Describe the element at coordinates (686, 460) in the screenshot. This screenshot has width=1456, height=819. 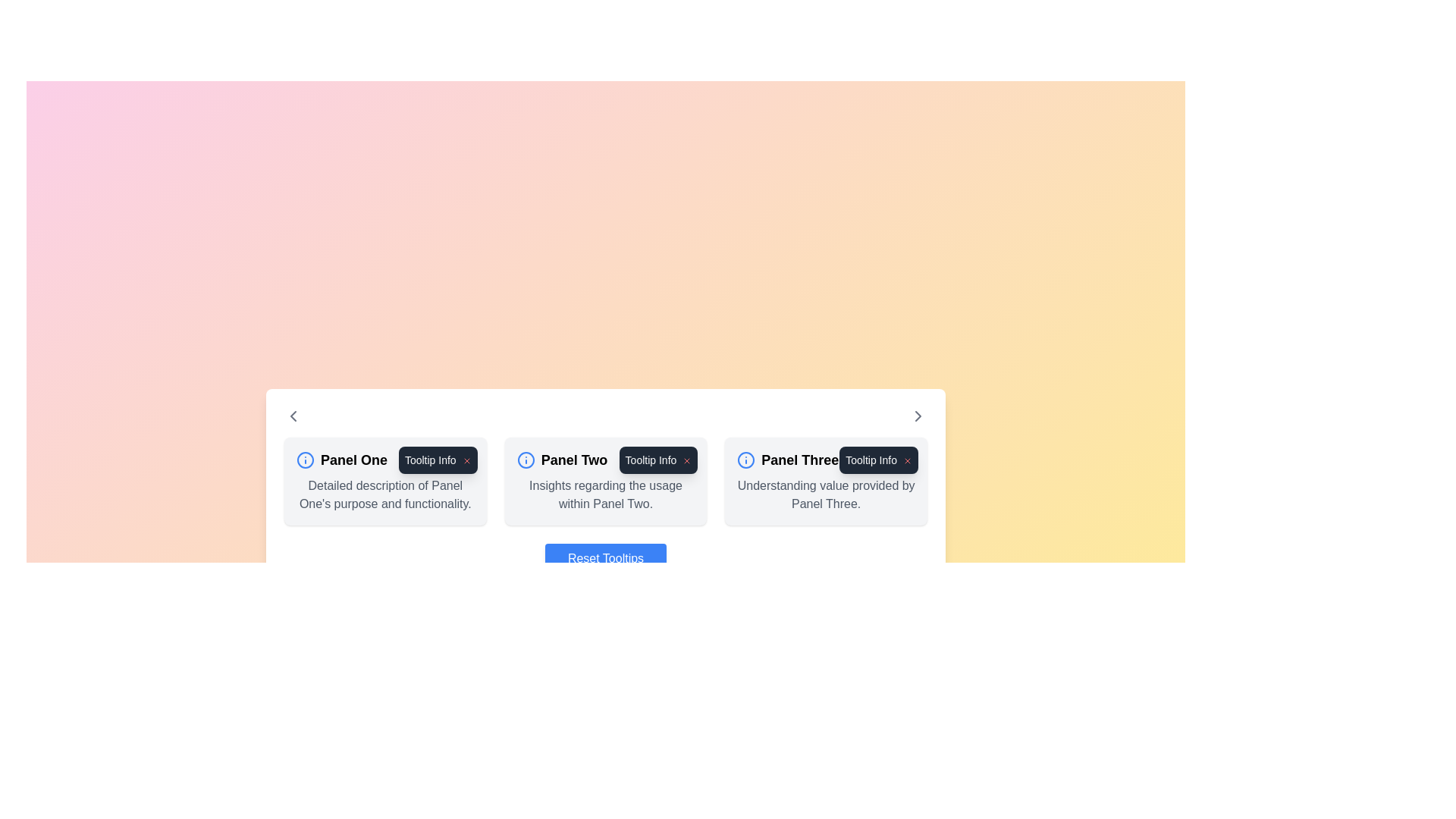
I see `the Close button icon at the top-right corner of the tooltip associated with 'Panel Two'` at that location.